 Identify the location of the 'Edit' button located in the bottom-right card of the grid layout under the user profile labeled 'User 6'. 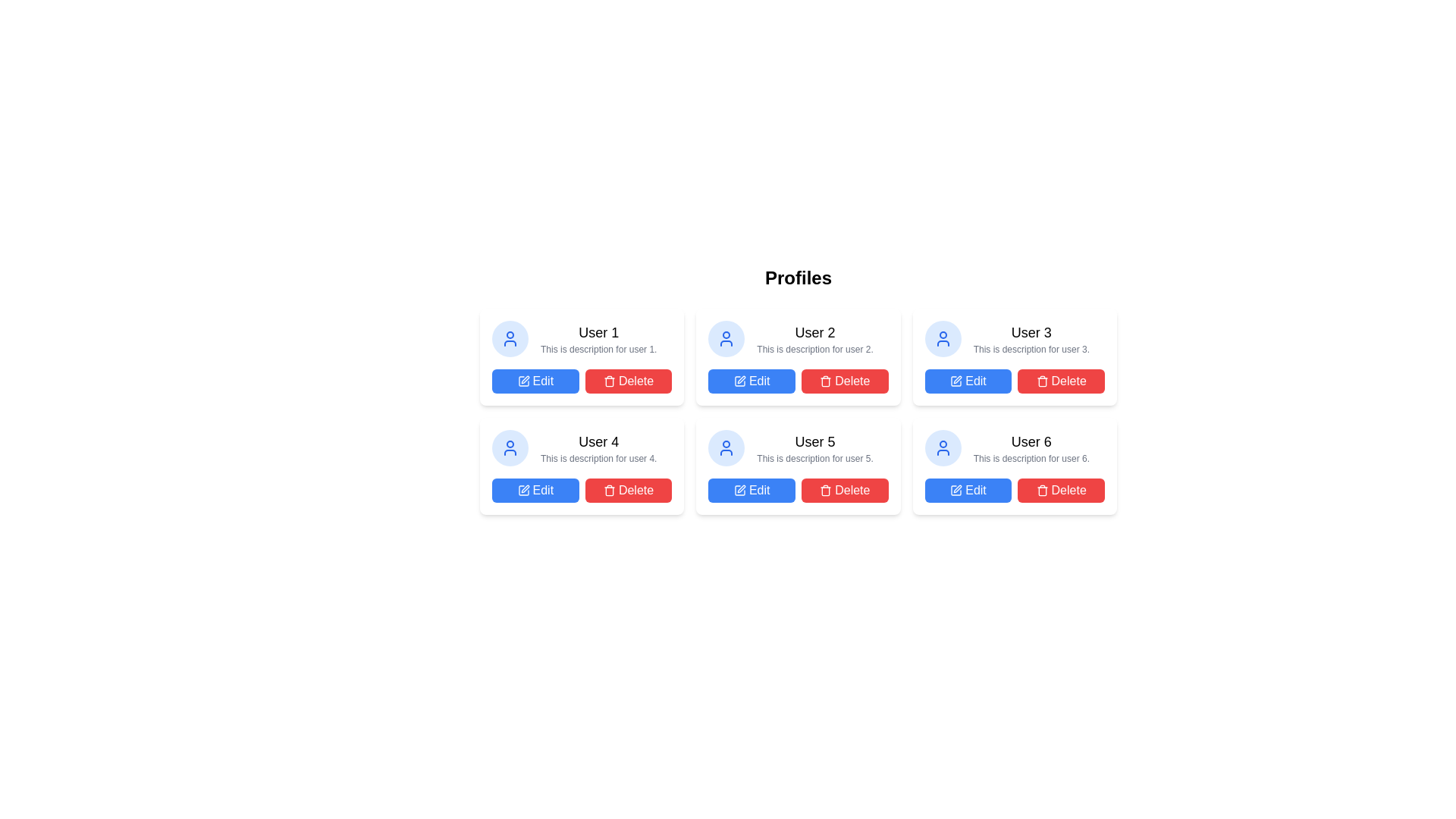
(967, 491).